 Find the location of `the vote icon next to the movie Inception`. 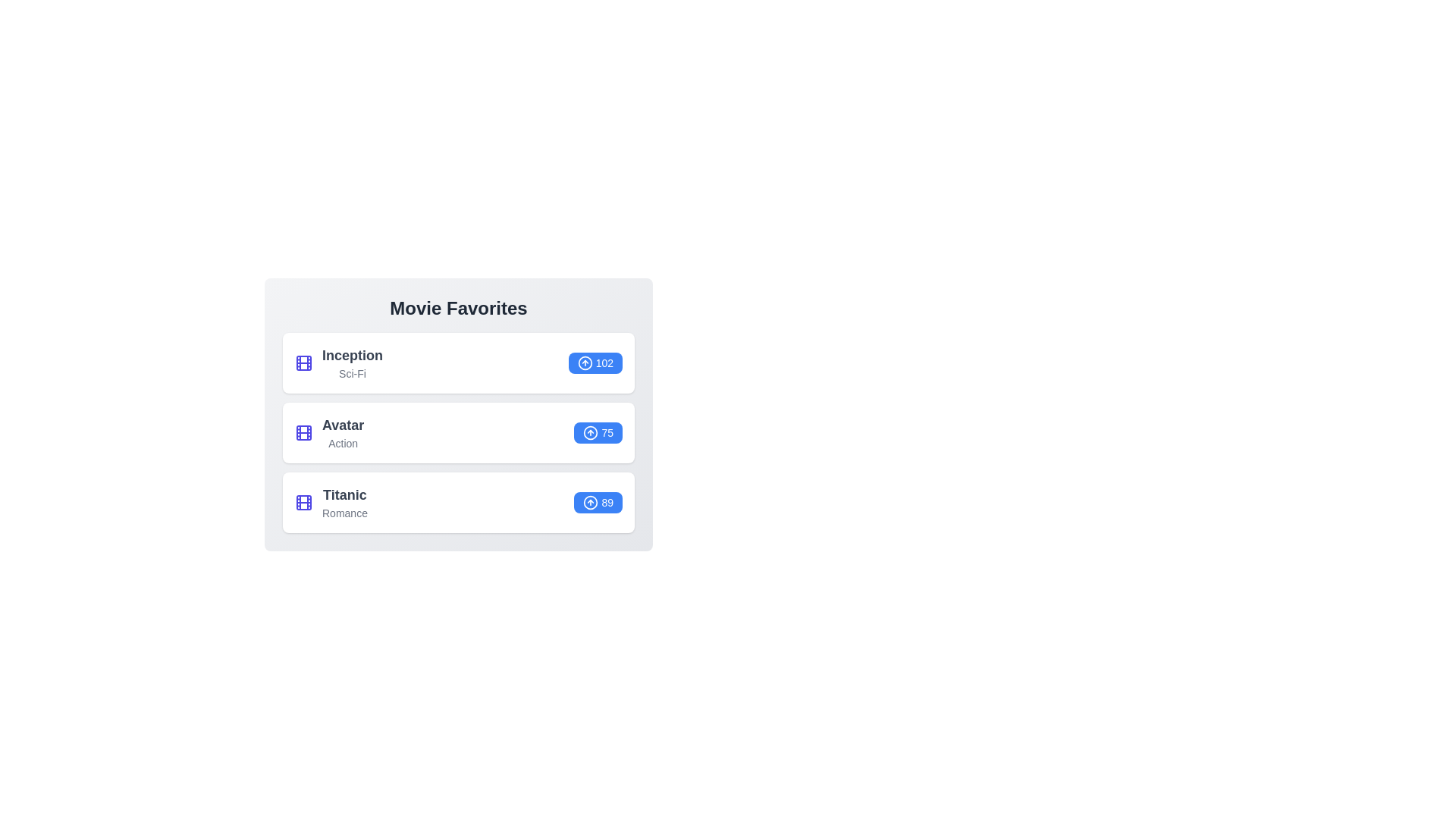

the vote icon next to the movie Inception is located at coordinates (584, 362).